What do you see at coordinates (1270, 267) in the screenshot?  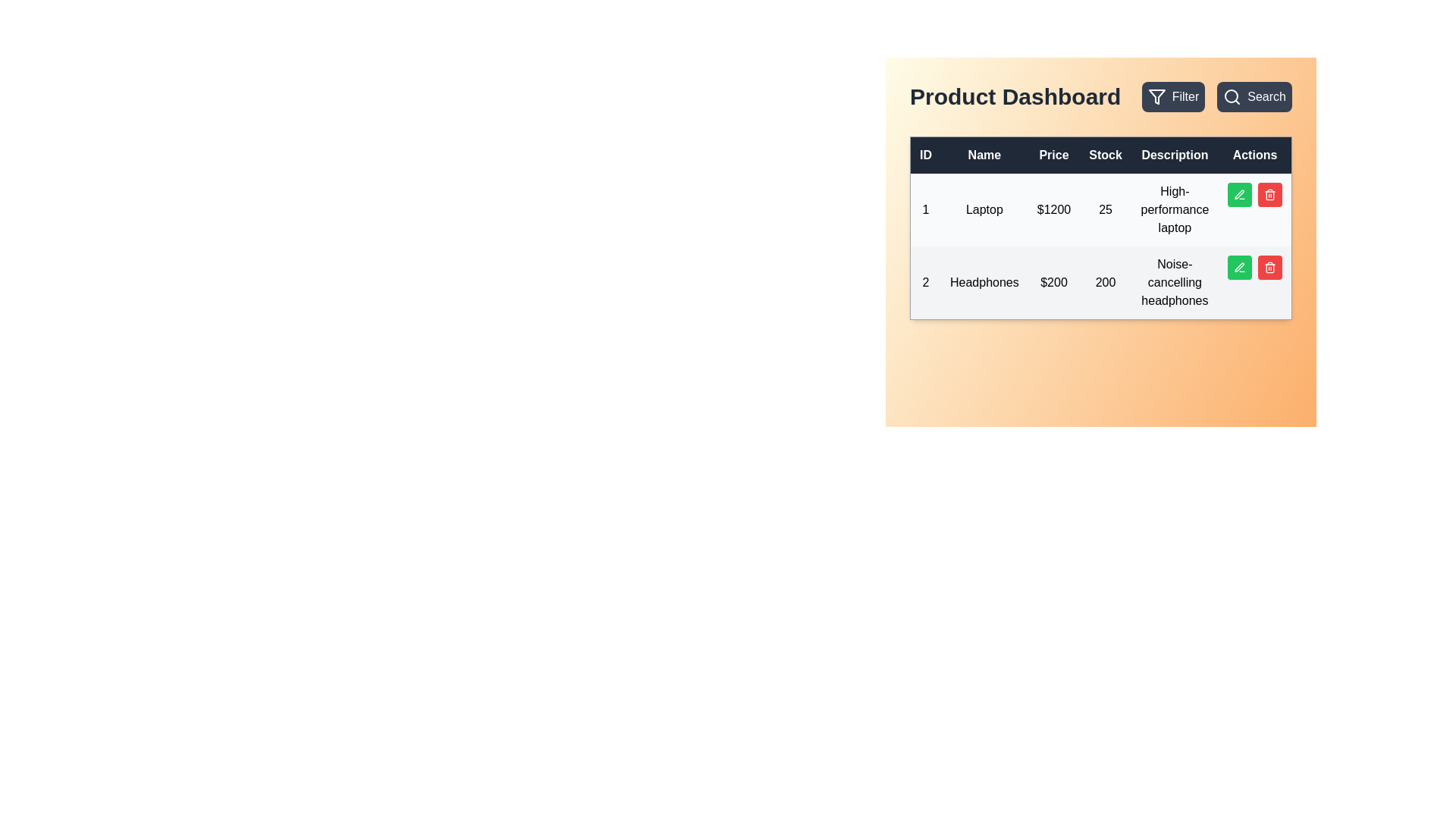 I see `the delete button located on the rightmost side of the action buttons row for the second item in the data table` at bounding box center [1270, 267].